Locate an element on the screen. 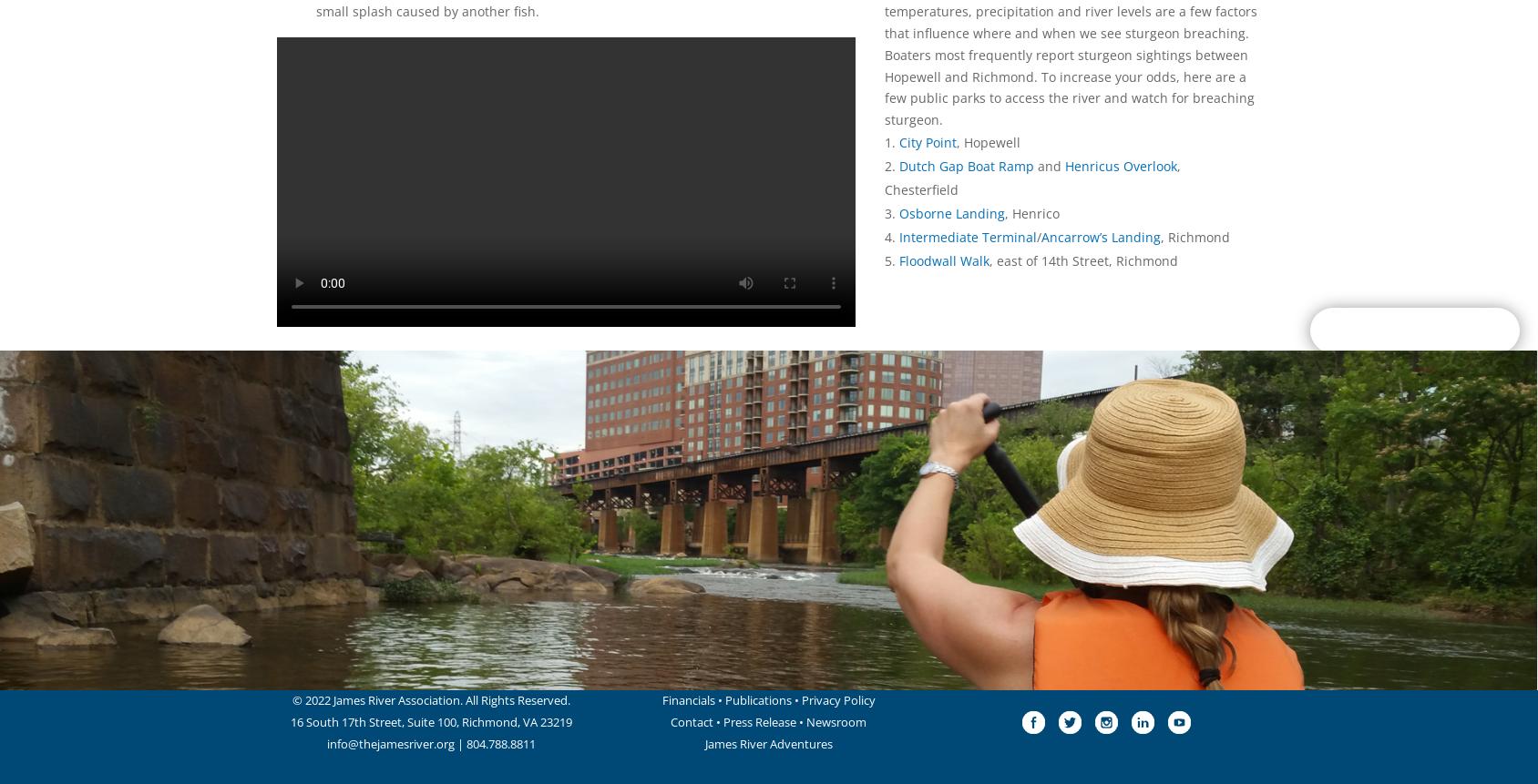  '/' is located at coordinates (1038, 237).